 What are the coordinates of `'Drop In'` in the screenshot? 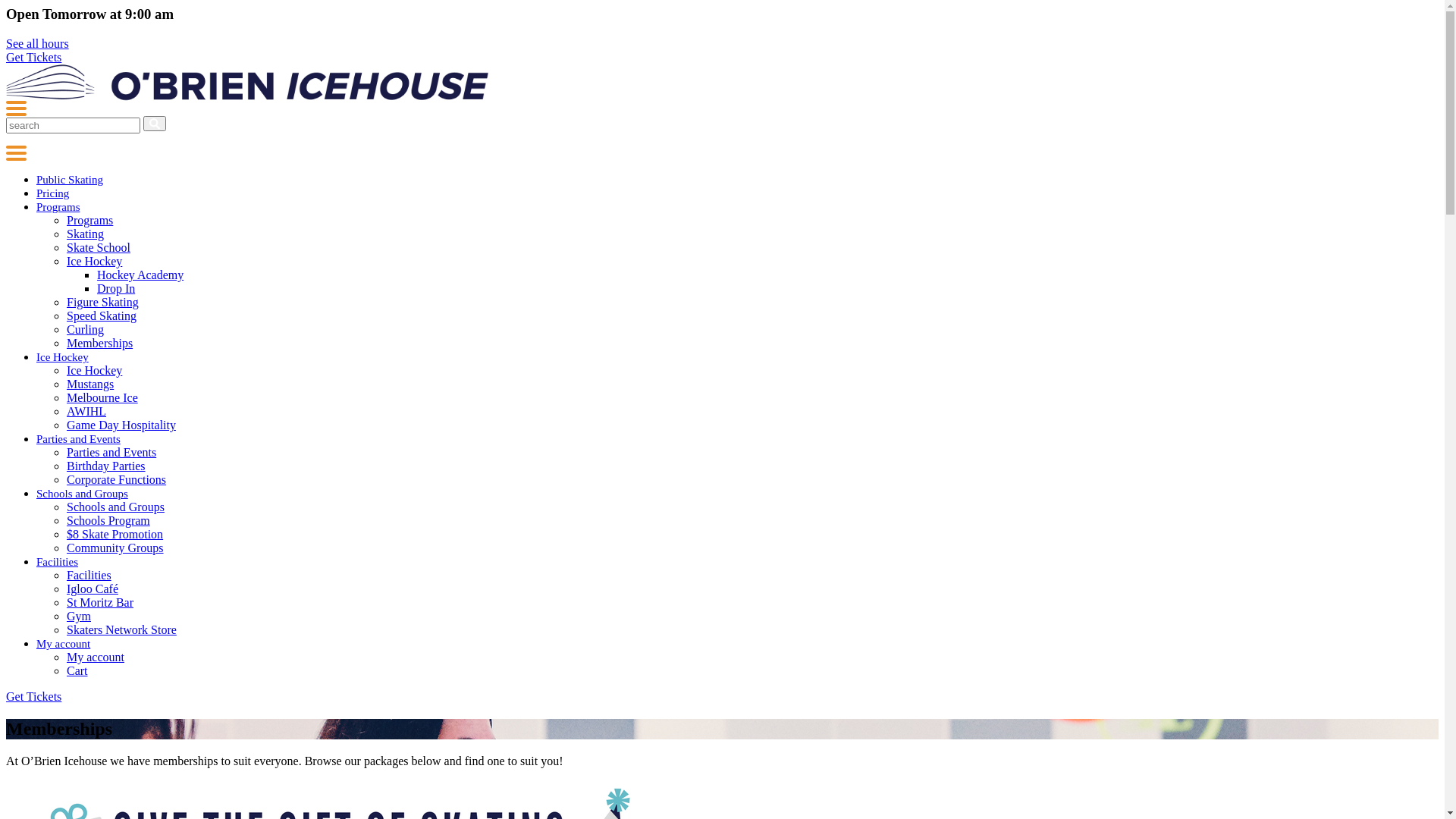 It's located at (115, 288).